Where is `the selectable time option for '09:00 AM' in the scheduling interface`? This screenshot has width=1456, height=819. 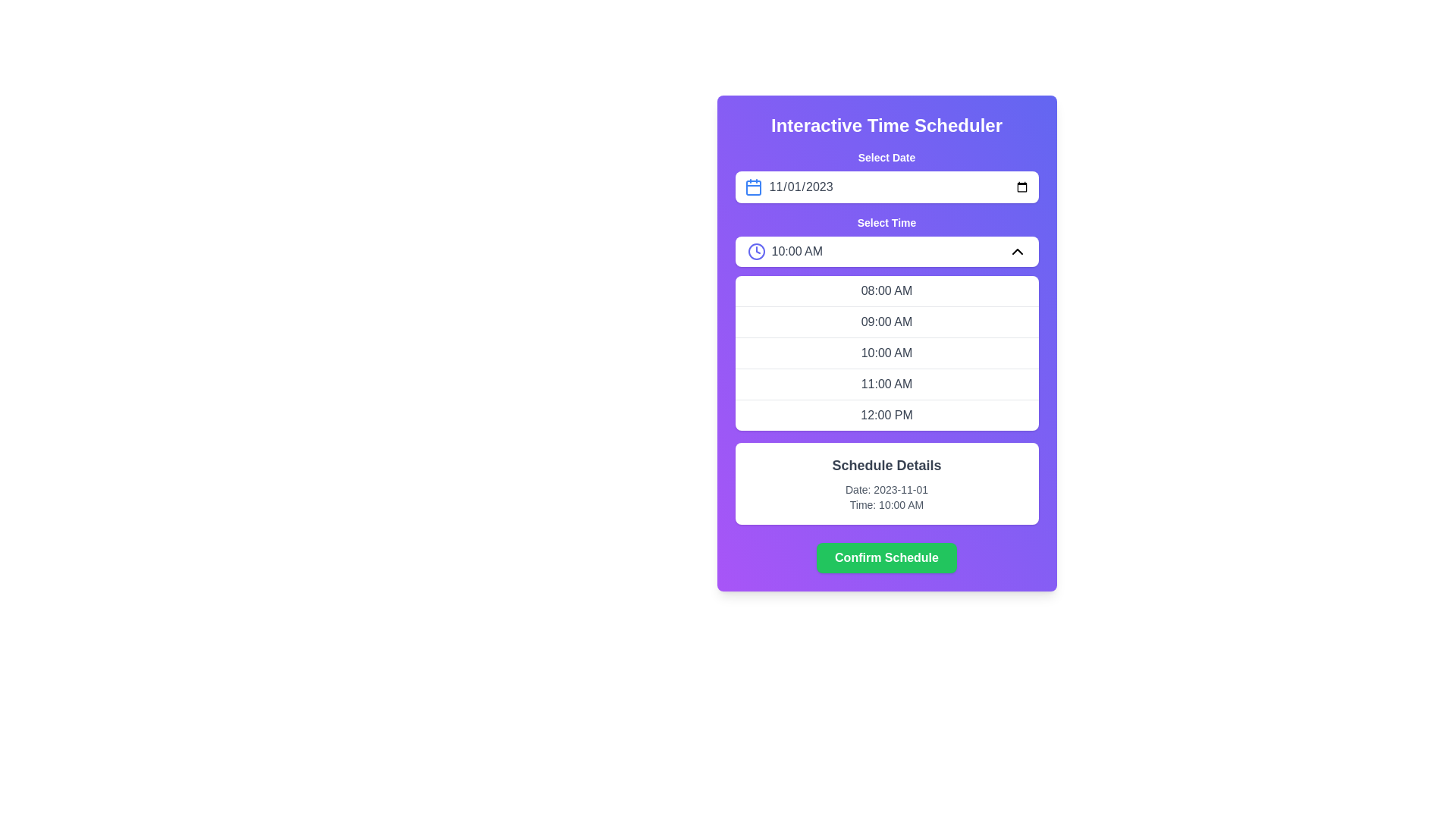
the selectable time option for '09:00 AM' in the scheduling interface is located at coordinates (886, 321).